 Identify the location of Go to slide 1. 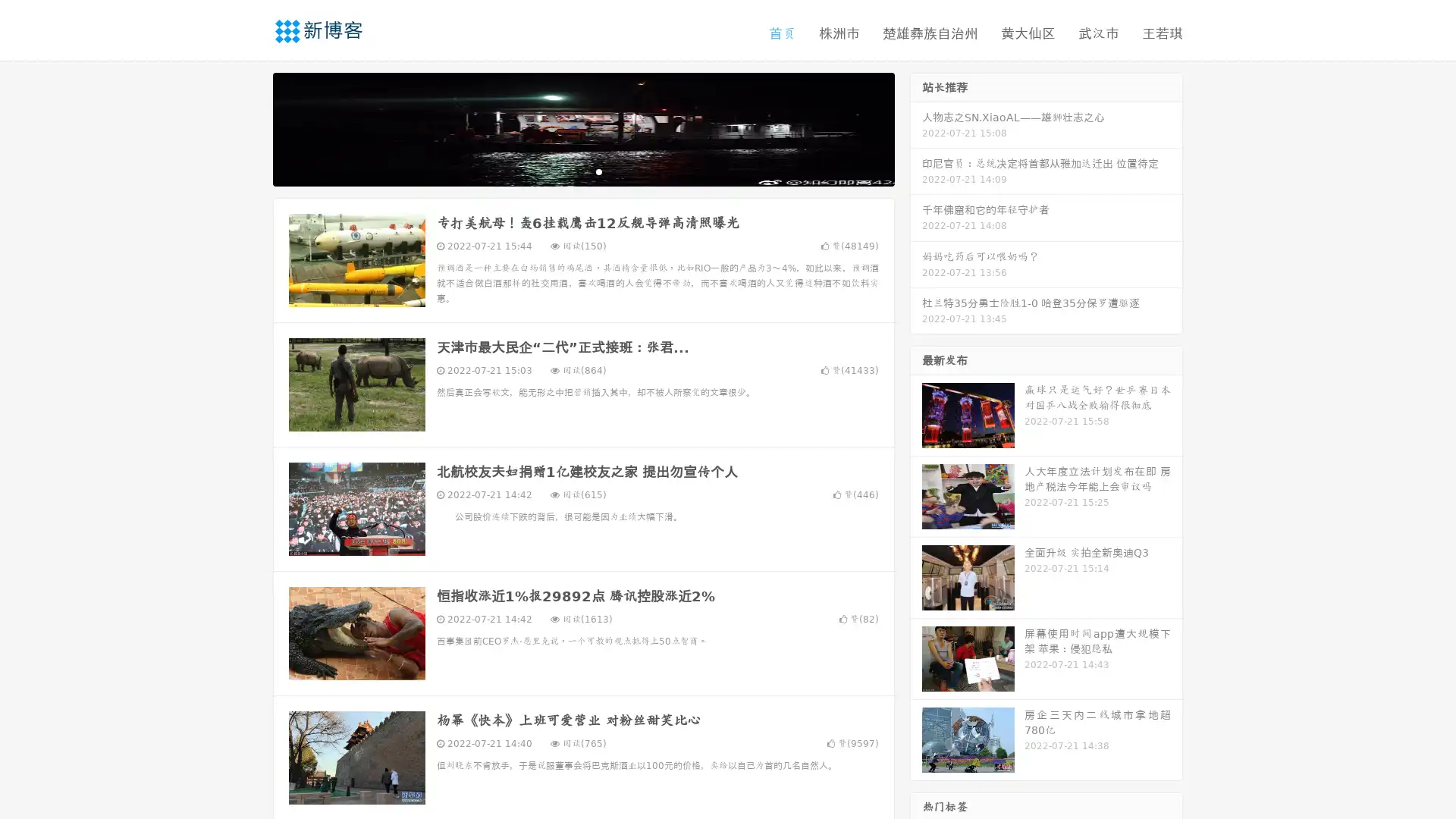
(567, 171).